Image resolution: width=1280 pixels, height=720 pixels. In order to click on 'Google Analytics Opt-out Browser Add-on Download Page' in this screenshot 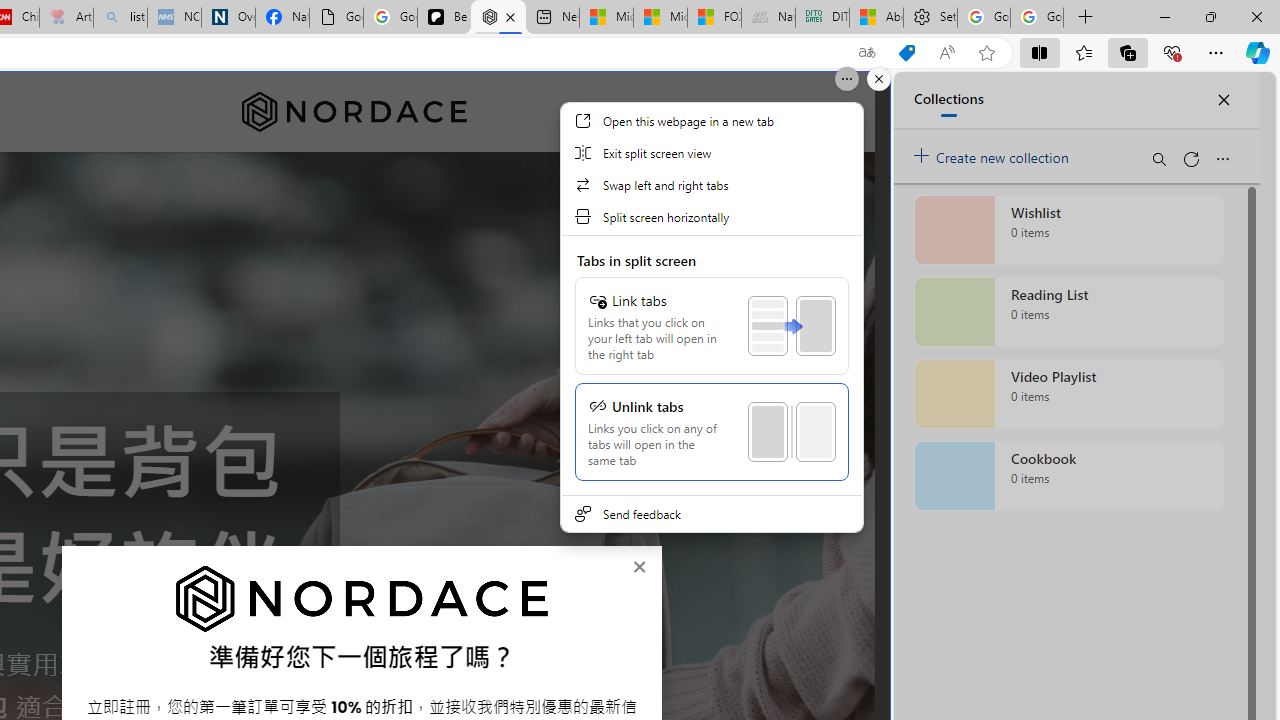, I will do `click(336, 17)`.